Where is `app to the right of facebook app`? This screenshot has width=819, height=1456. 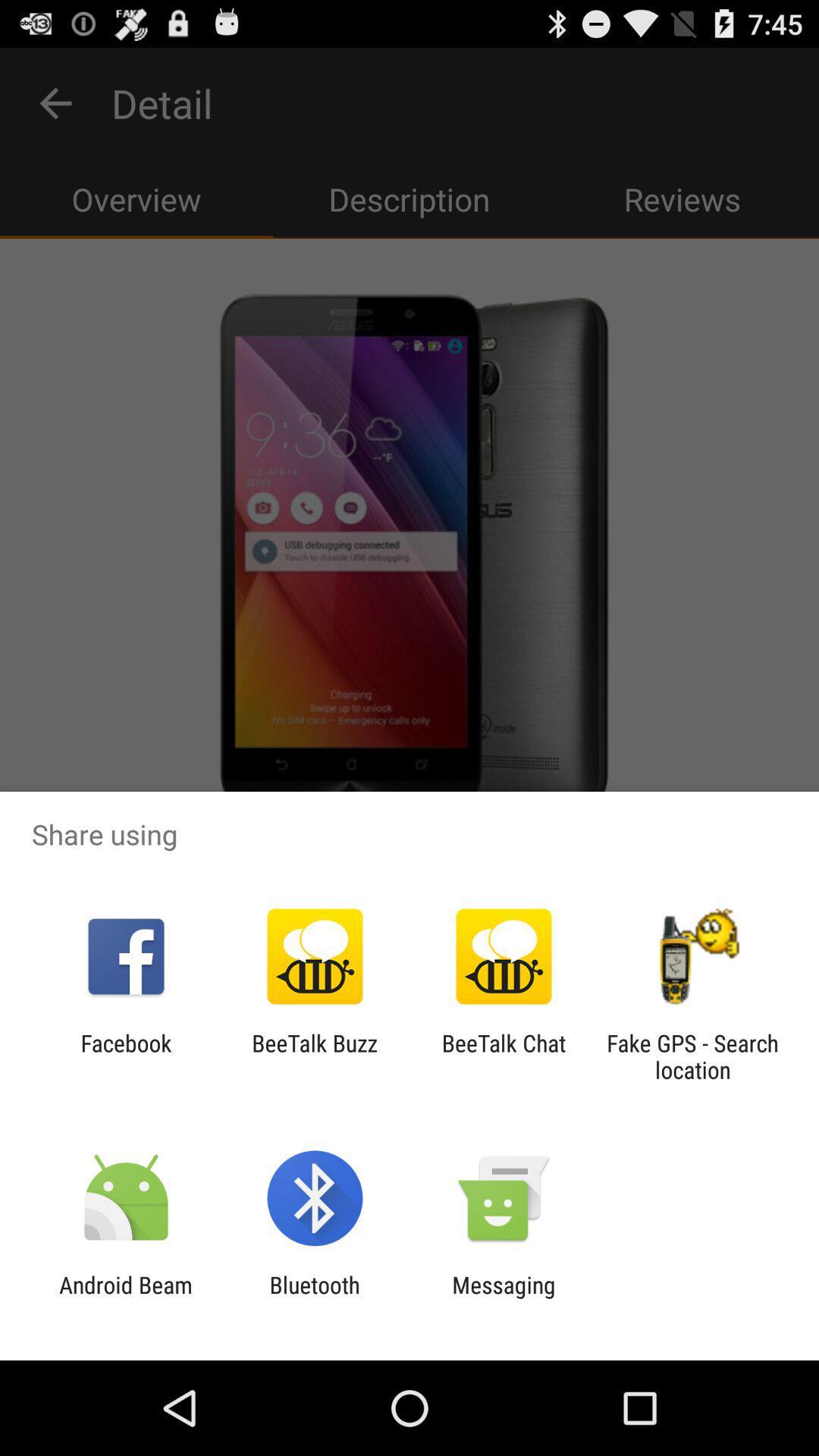 app to the right of facebook app is located at coordinates (314, 1056).